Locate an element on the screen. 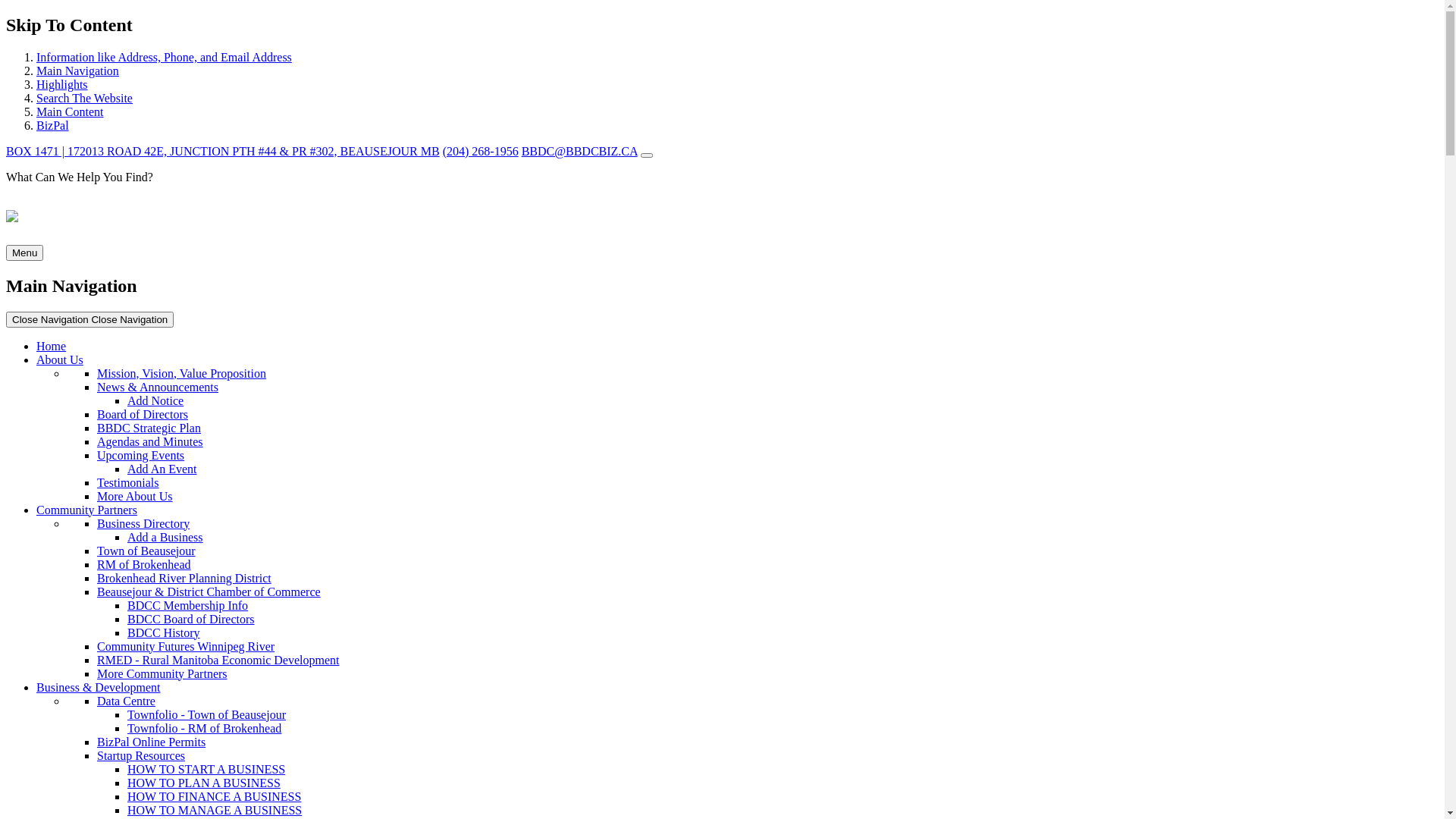  'Testimonials' is located at coordinates (127, 482).